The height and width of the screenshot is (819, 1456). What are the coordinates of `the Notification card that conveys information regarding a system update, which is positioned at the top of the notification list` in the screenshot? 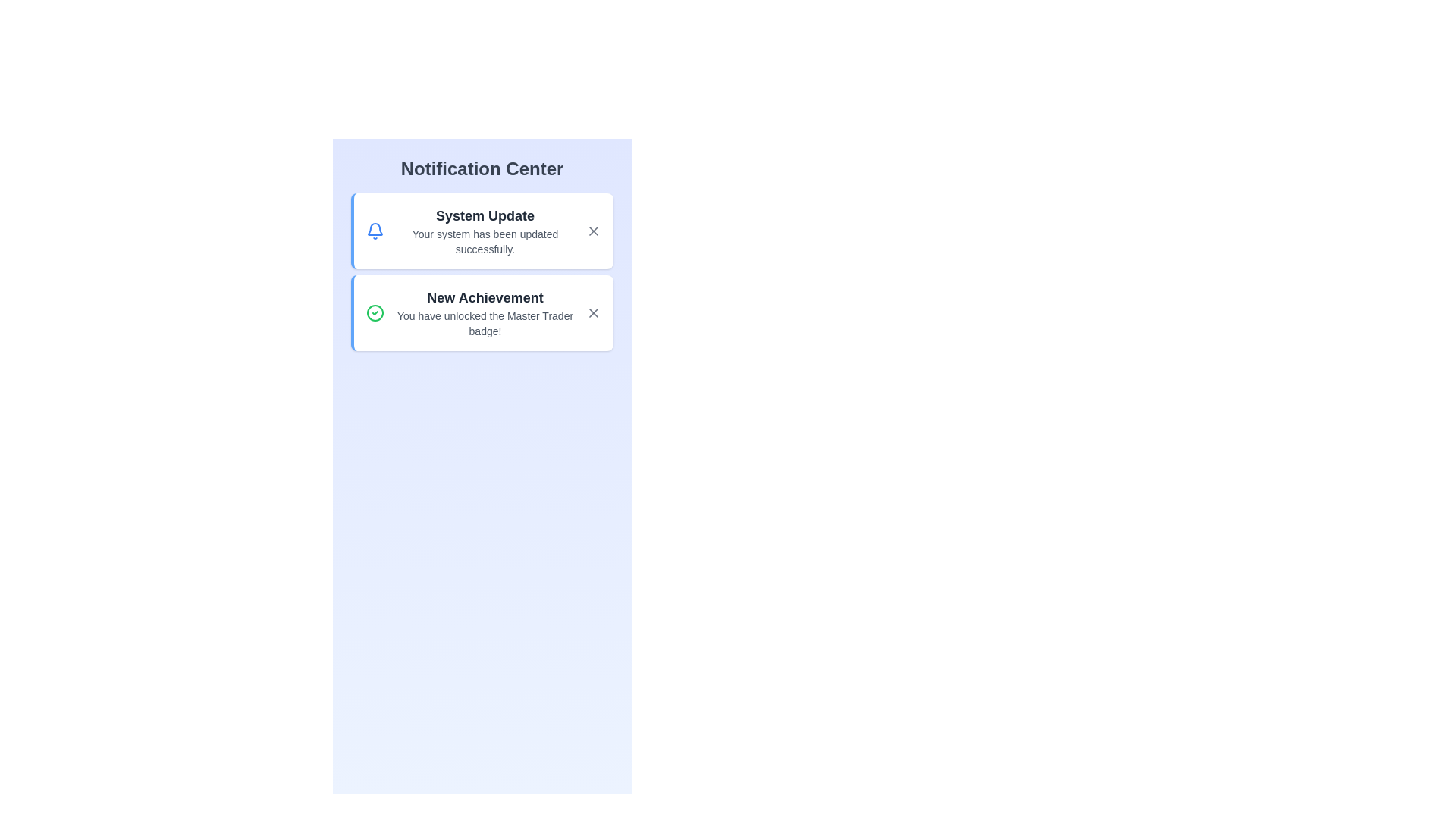 It's located at (481, 231).